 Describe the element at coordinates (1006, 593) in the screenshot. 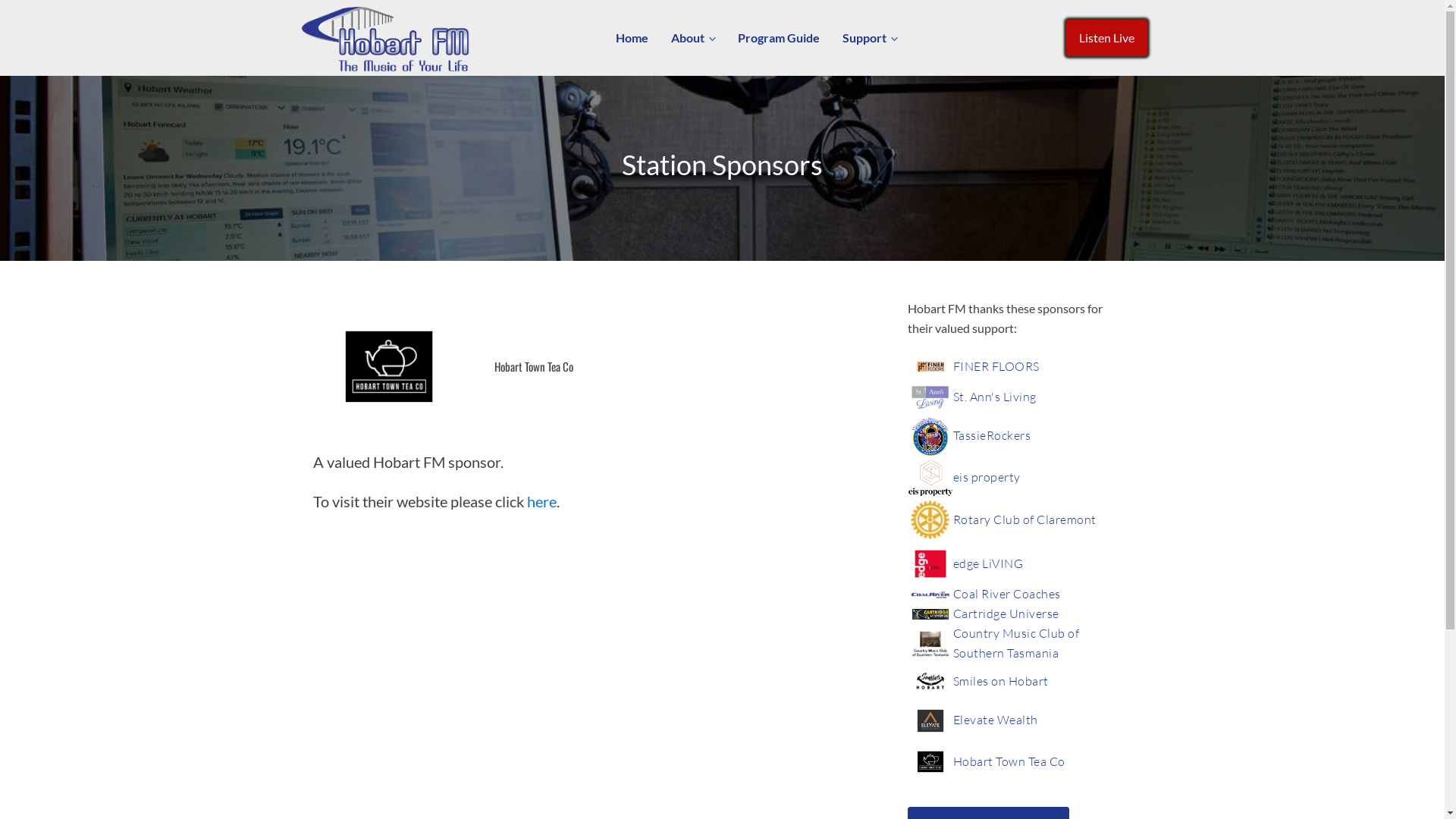

I see `'Coal River Coaches'` at that location.